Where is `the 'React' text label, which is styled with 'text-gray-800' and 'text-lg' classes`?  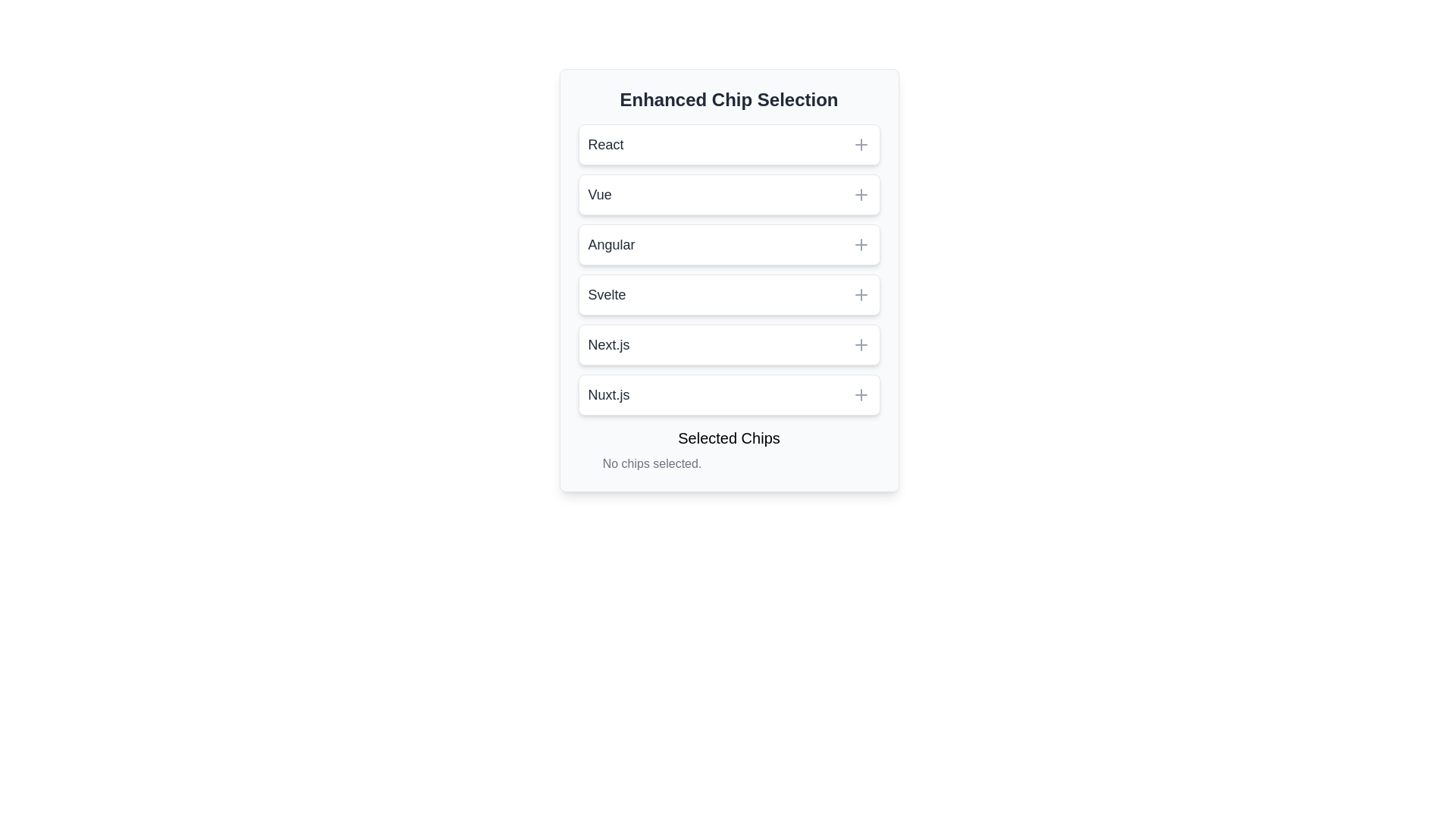
the 'React' text label, which is styled with 'text-gray-800' and 'text-lg' classes is located at coordinates (605, 145).